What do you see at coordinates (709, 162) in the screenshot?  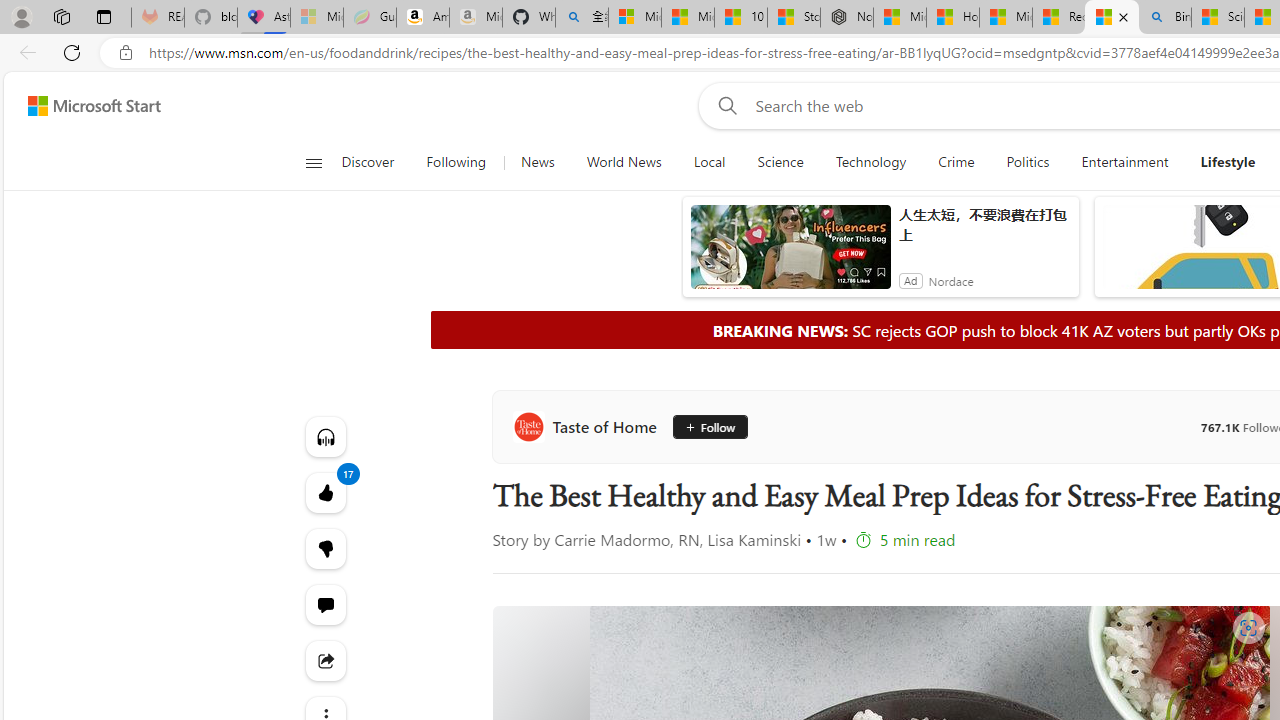 I see `'Local'` at bounding box center [709, 162].